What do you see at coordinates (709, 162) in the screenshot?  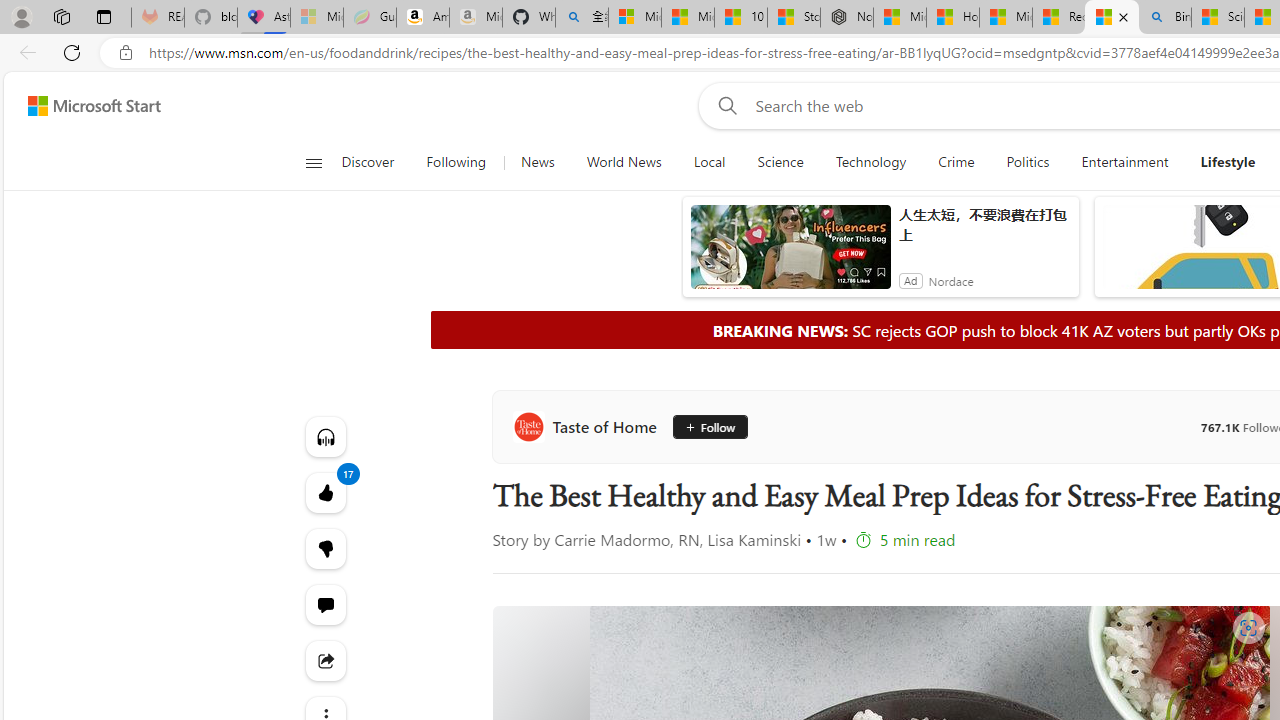 I see `'Local'` at bounding box center [709, 162].